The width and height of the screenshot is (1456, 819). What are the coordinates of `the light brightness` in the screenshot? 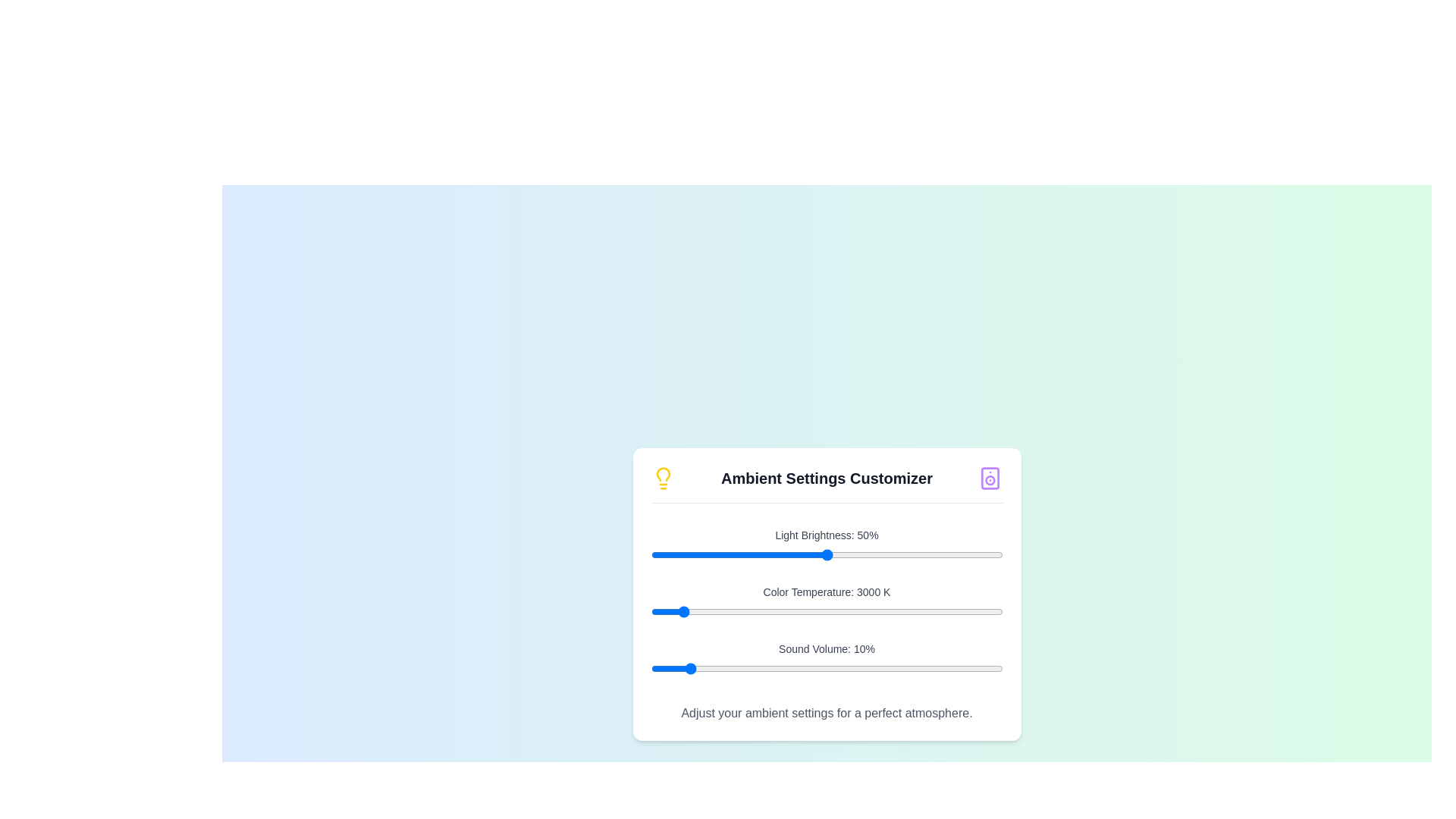 It's located at (931, 555).